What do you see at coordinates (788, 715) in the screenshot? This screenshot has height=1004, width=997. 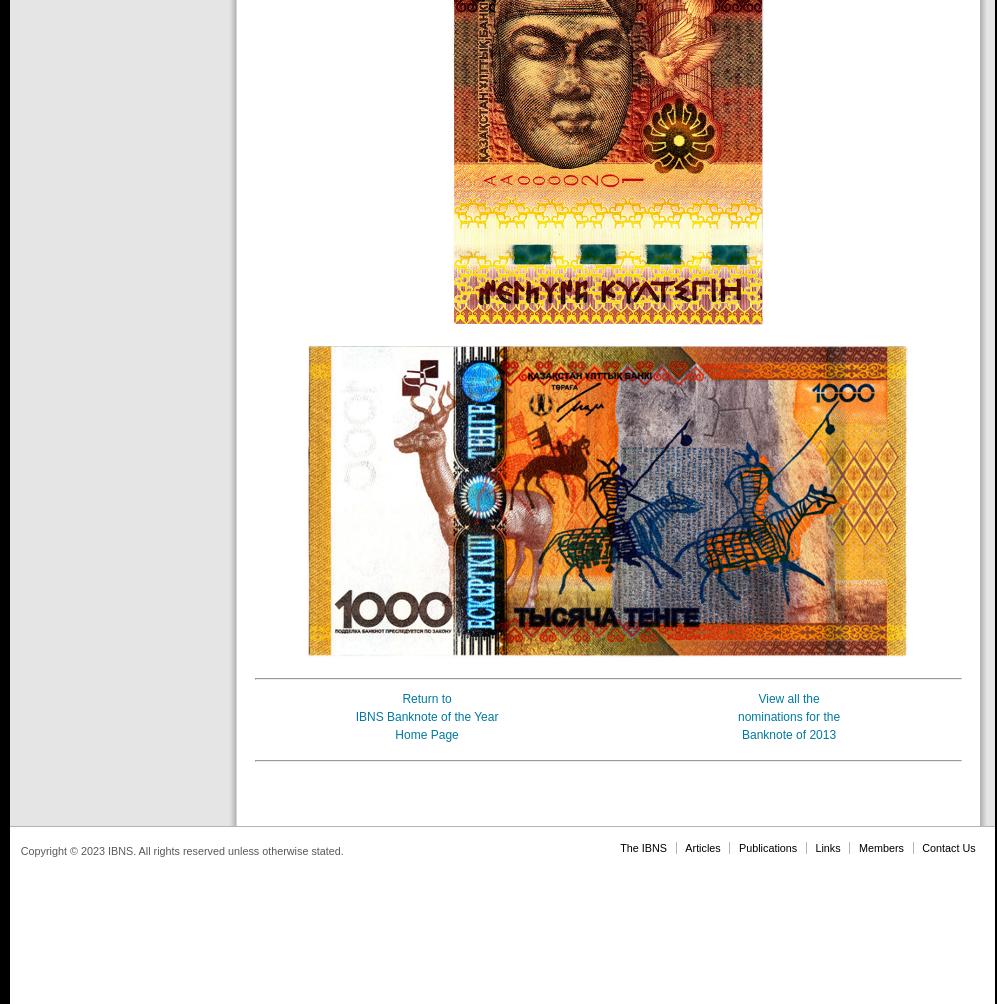 I see `'nominations for the'` at bounding box center [788, 715].